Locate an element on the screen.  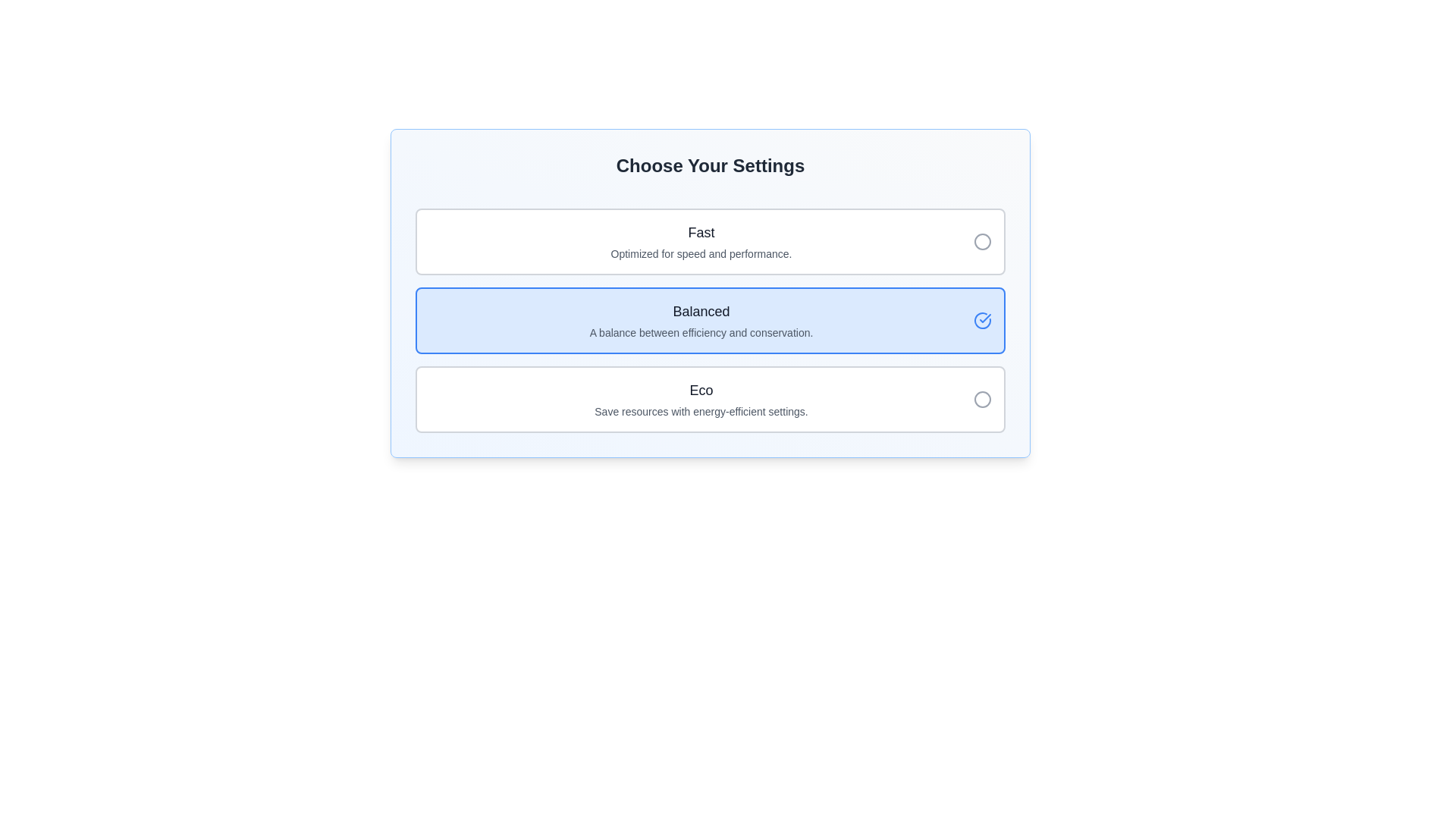
the selectable option labeled 'Balanced' in the configuration interface is located at coordinates (701, 320).